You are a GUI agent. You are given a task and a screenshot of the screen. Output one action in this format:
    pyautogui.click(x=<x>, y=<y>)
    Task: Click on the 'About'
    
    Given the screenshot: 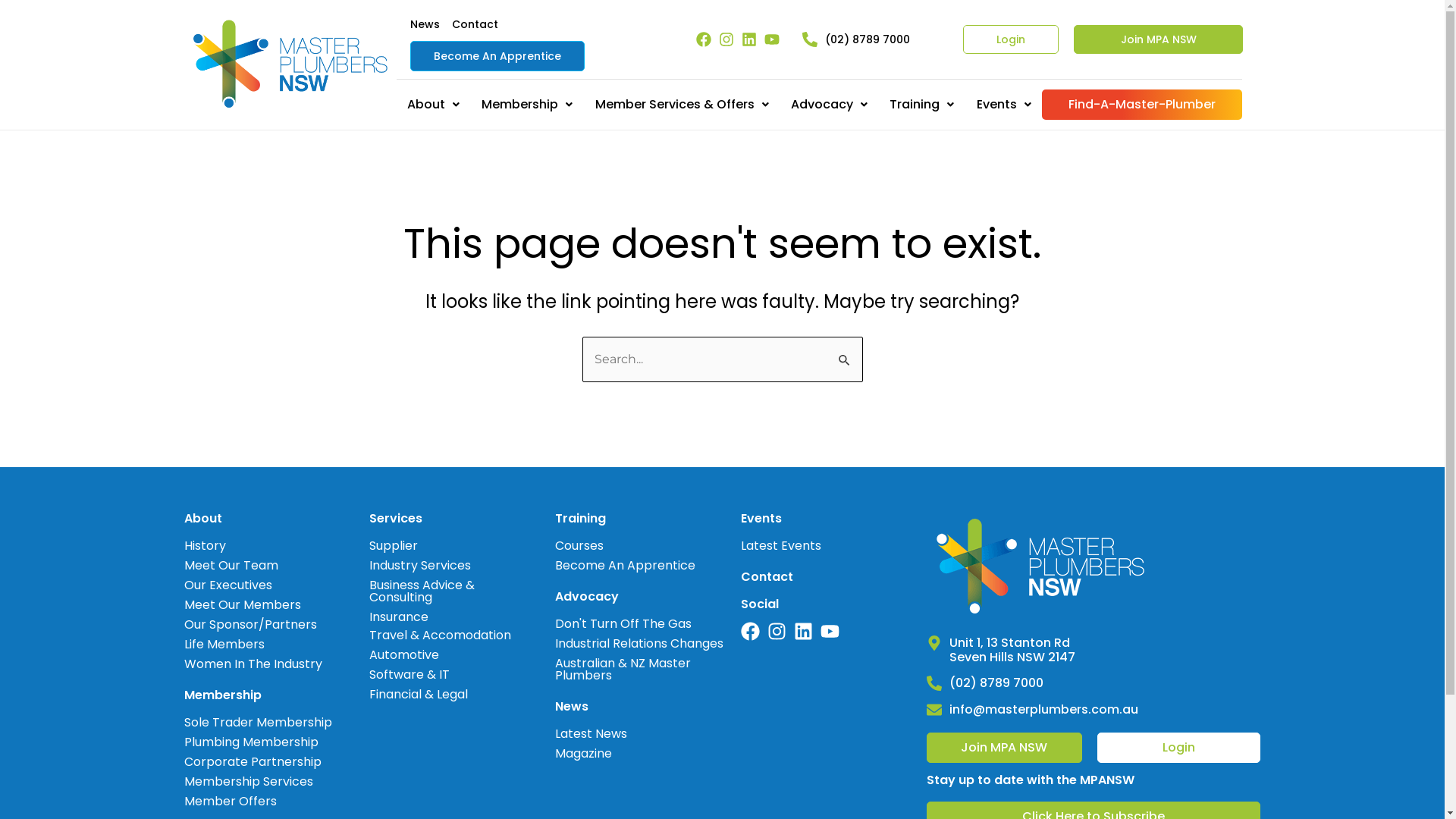 What is the action you would take?
    pyautogui.click(x=182, y=517)
    